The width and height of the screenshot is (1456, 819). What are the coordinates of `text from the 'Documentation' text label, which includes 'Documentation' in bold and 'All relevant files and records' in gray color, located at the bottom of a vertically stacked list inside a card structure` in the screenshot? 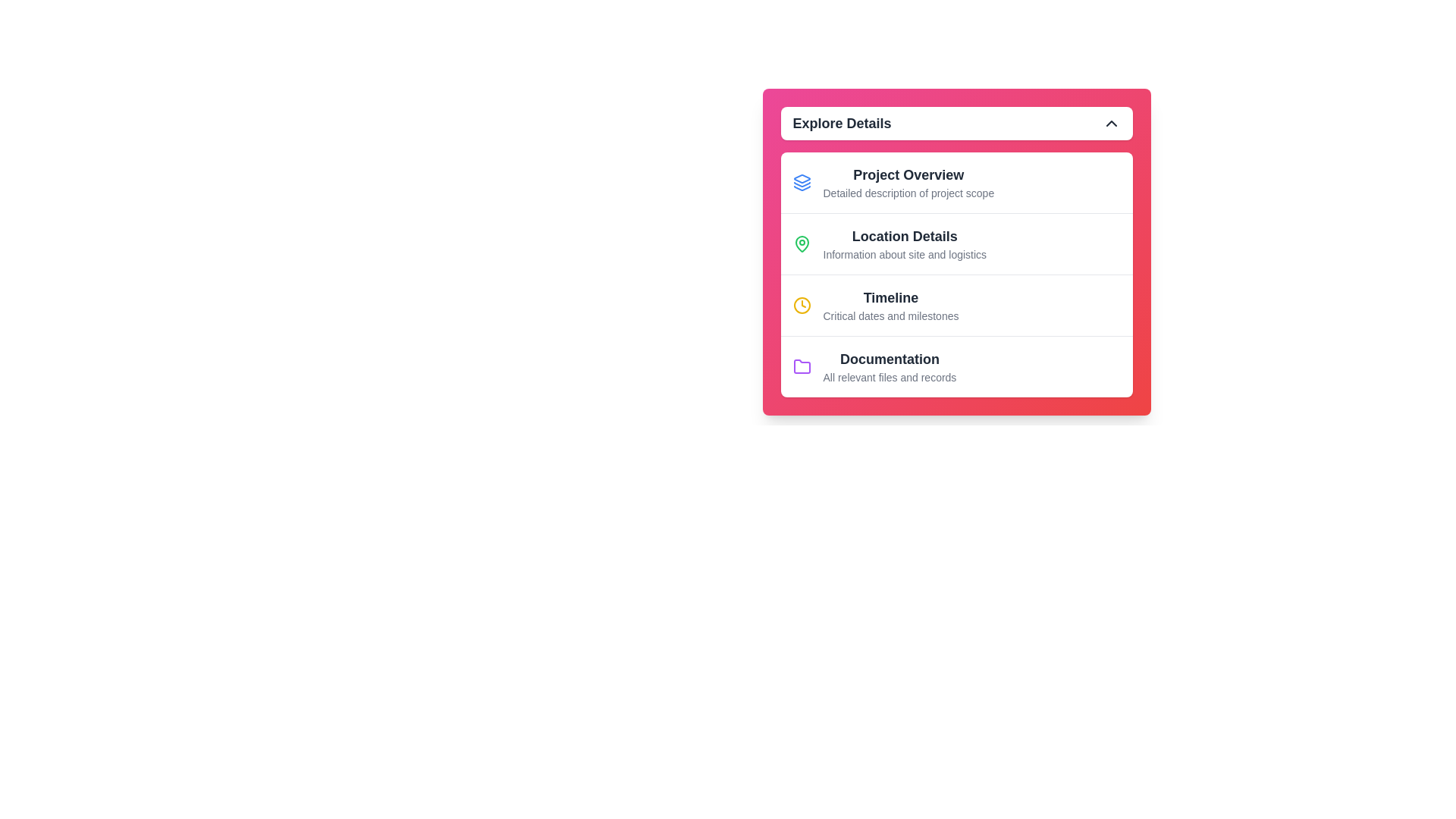 It's located at (890, 366).